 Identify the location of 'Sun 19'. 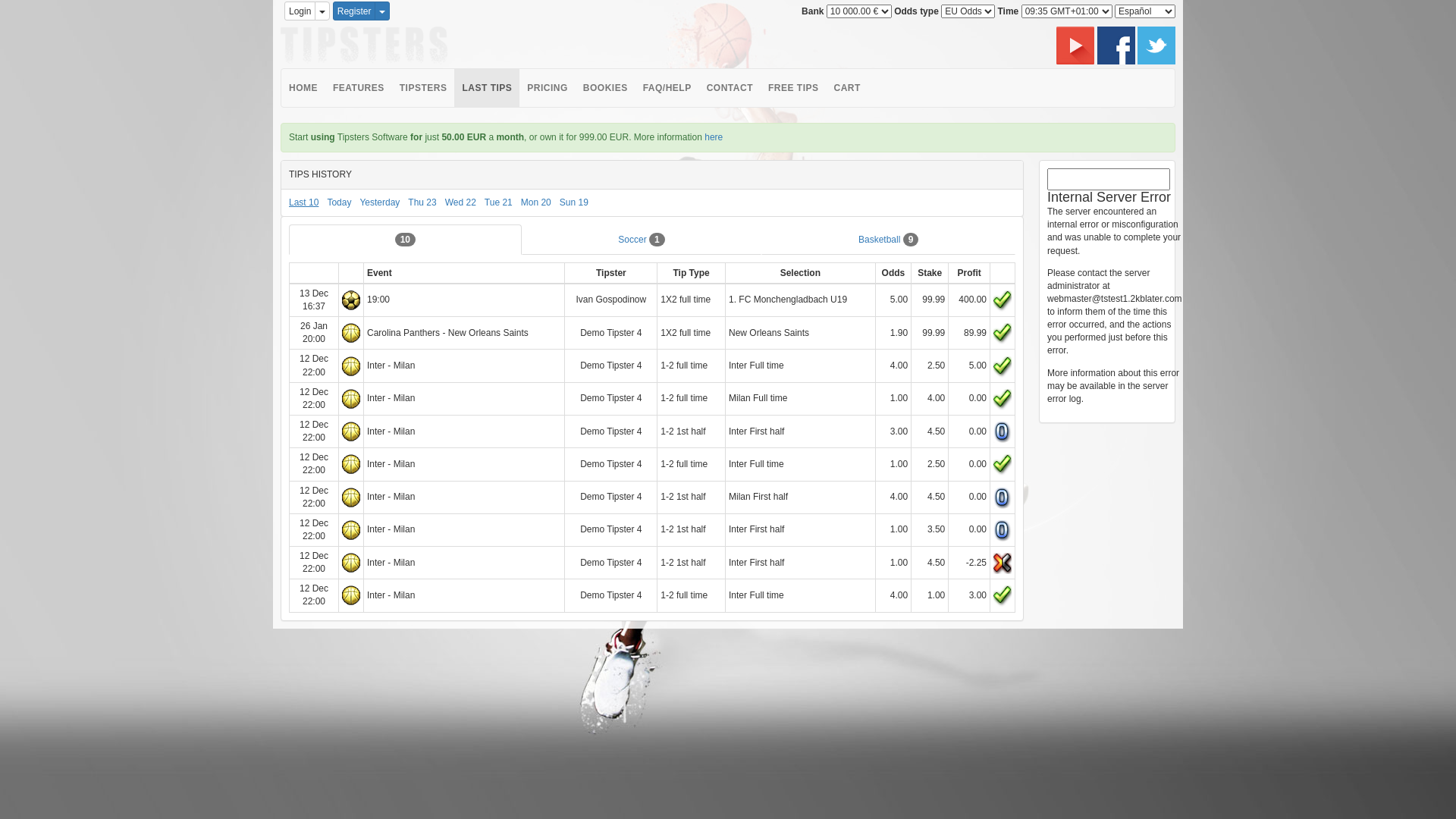
(573, 201).